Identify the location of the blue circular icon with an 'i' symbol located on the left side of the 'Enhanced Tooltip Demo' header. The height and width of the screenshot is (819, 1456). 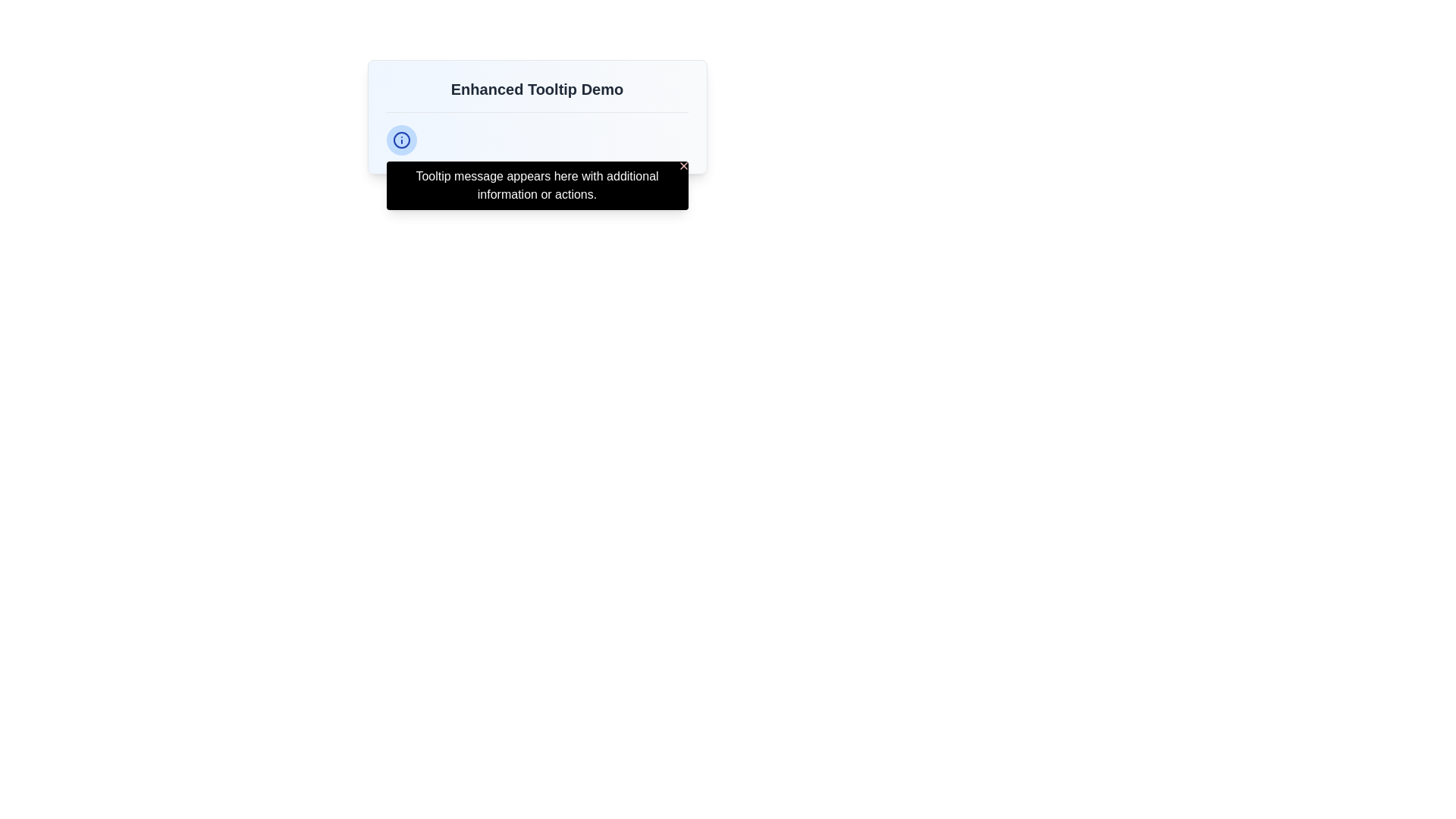
(401, 140).